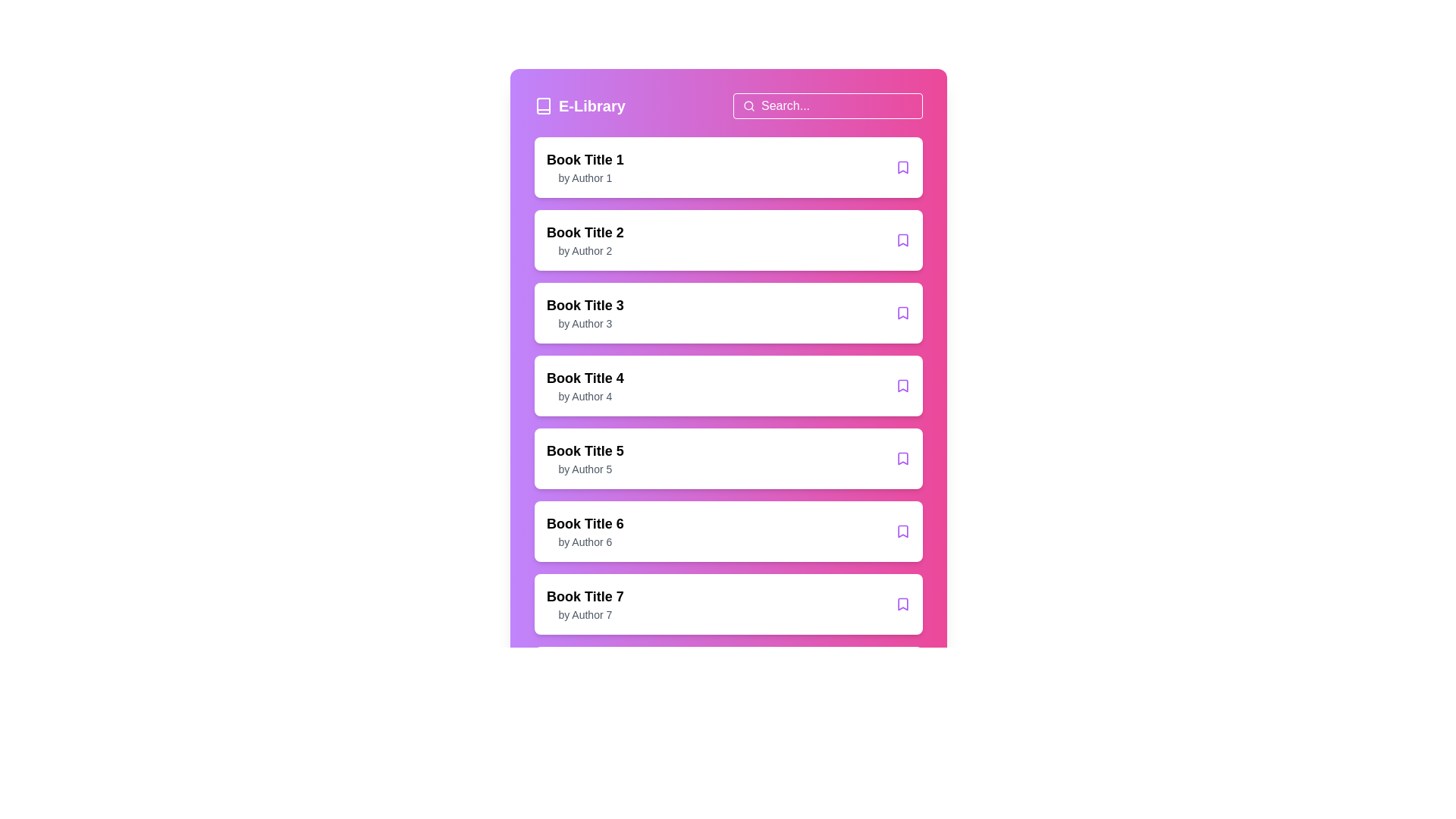 The height and width of the screenshot is (819, 1456). I want to click on the bookmark icon located, so click(902, 312).